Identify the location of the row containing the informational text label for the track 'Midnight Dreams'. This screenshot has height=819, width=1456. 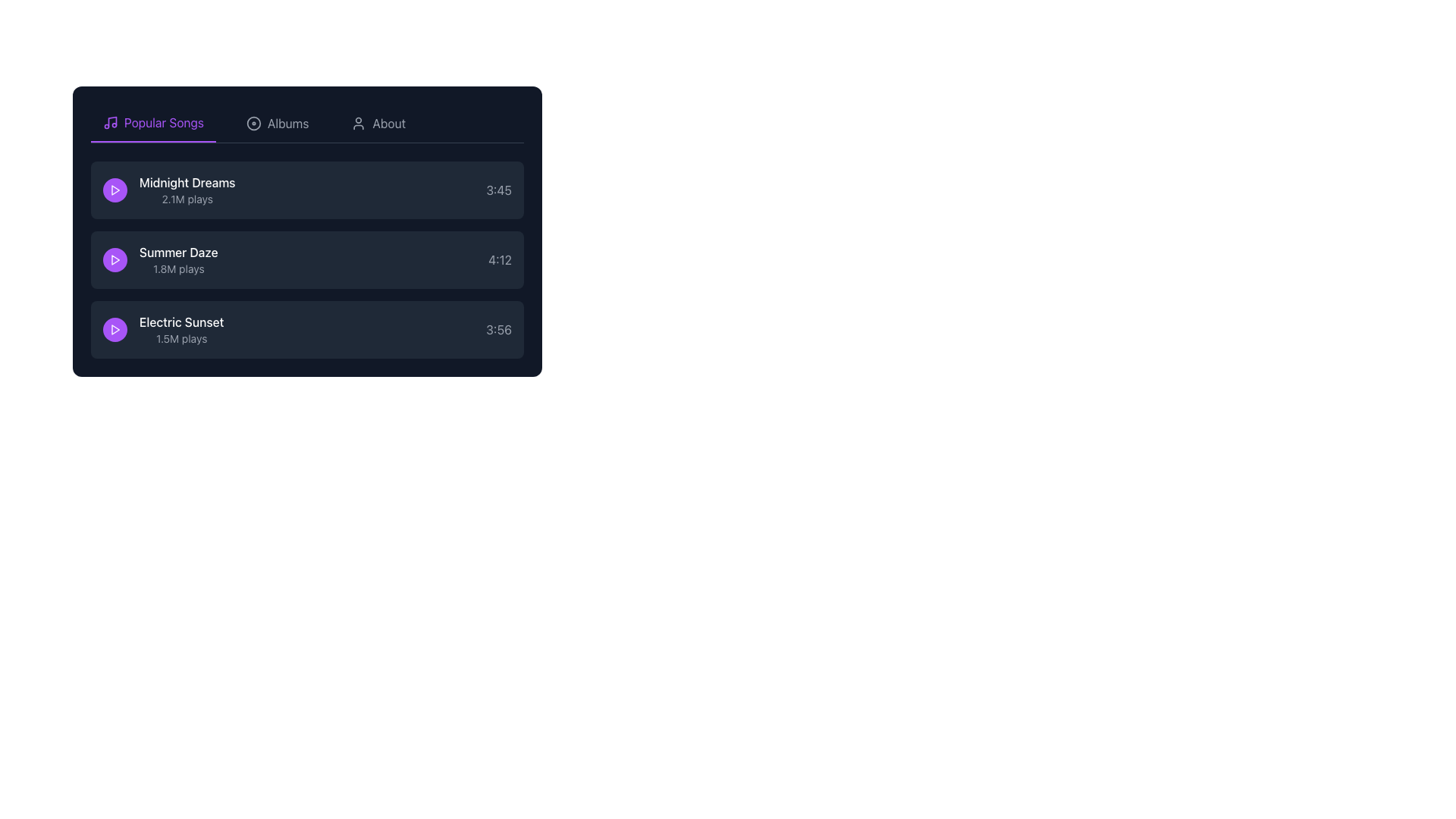
(186, 189).